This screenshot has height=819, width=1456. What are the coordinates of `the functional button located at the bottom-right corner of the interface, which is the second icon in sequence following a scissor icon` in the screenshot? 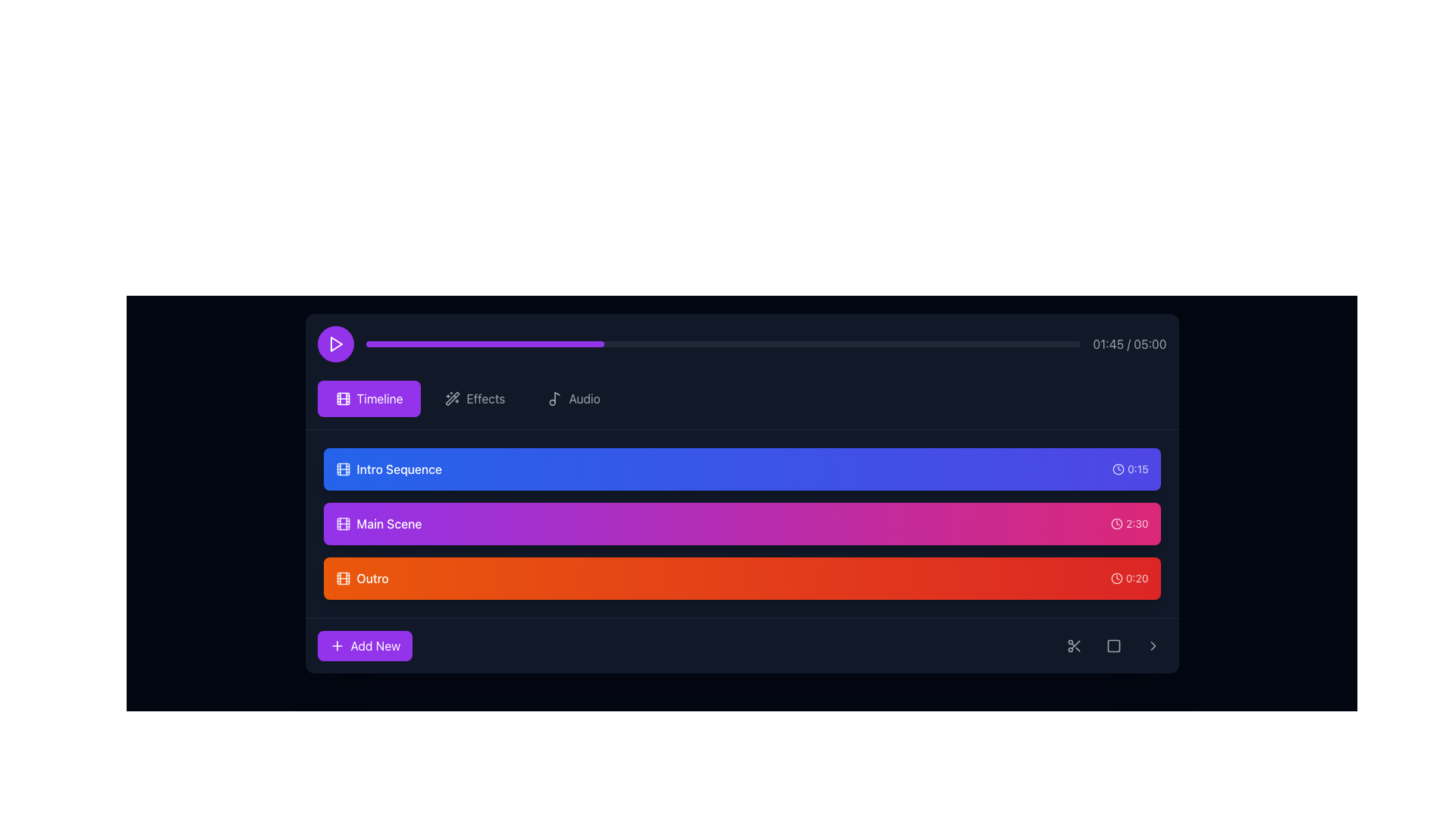 It's located at (1113, 646).